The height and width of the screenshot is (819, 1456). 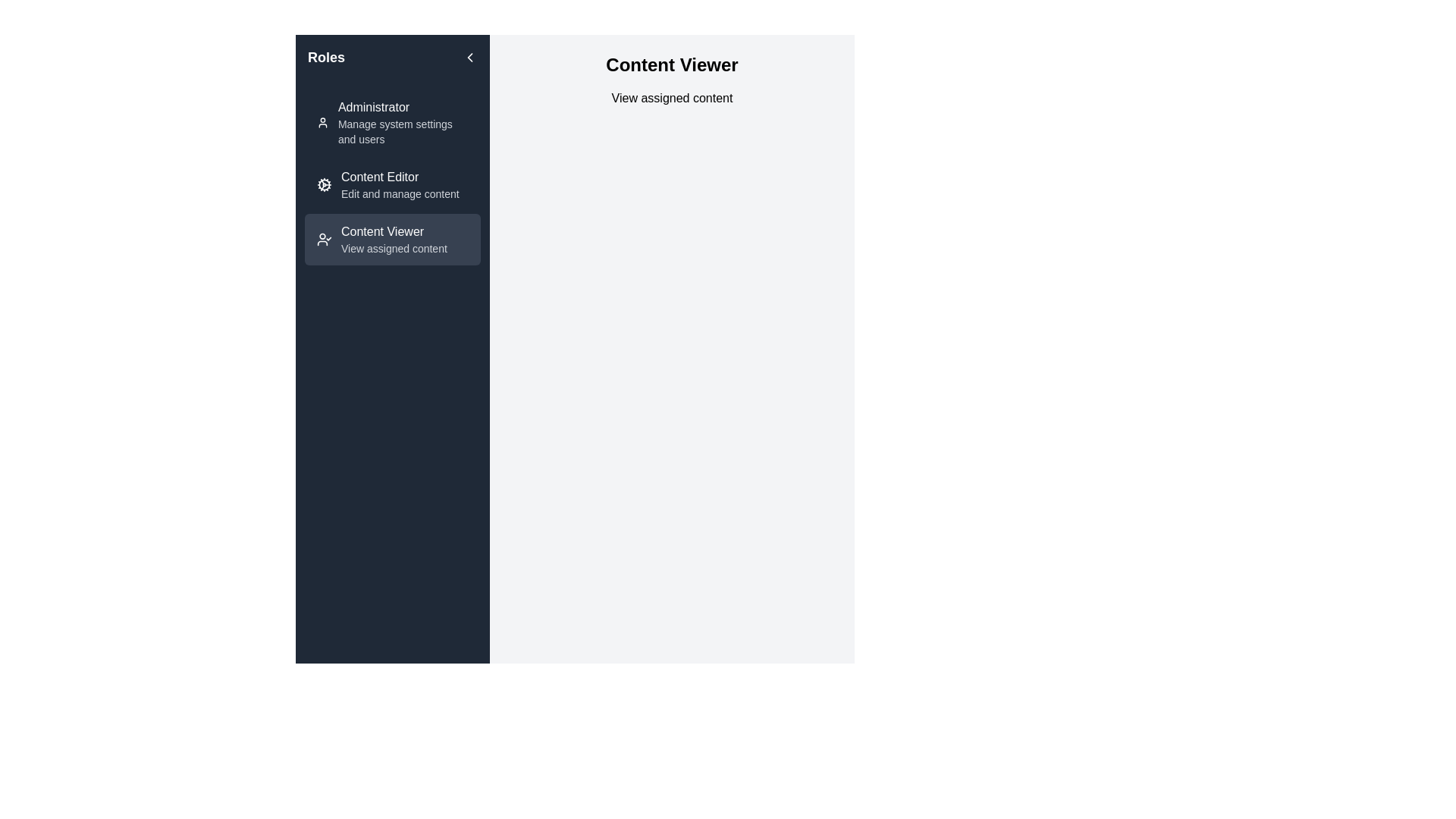 I want to click on the 'Content Editor' text label in the left-hand sidebar, so click(x=400, y=177).